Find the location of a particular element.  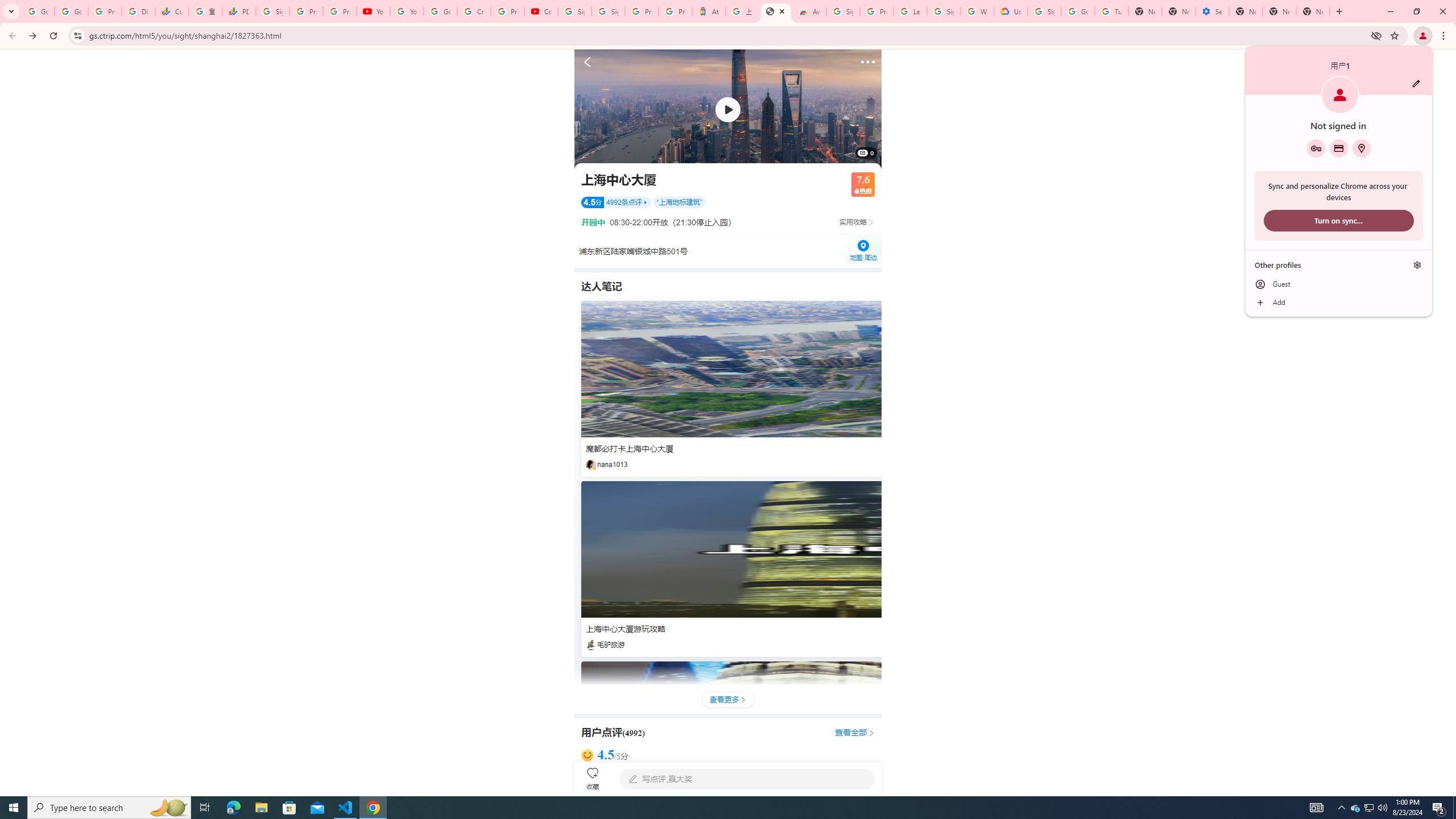

'Google Password Manager' is located at coordinates (1316, 148).